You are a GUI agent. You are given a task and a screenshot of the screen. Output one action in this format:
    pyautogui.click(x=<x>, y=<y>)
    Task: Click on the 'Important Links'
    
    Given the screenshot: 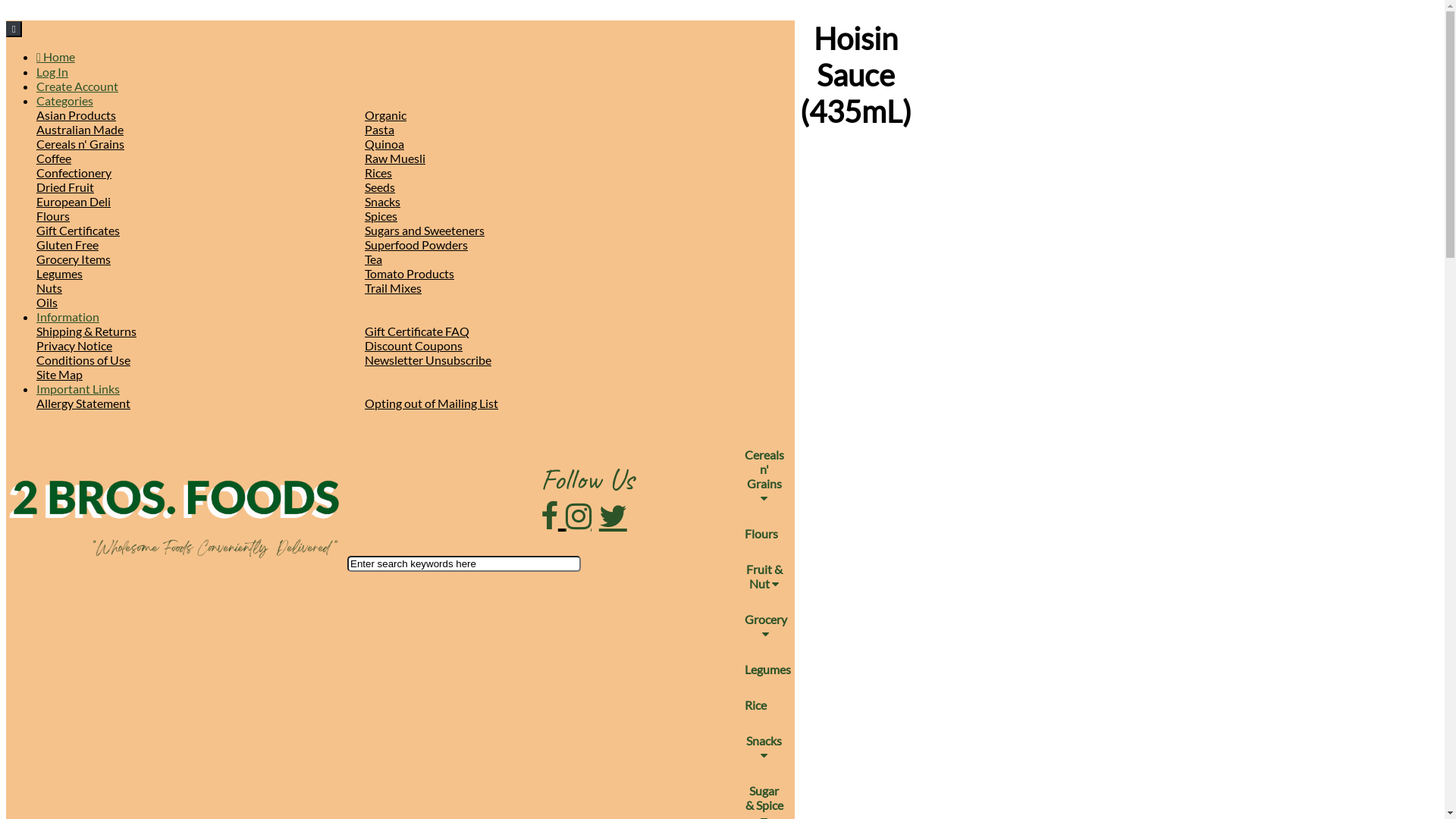 What is the action you would take?
    pyautogui.click(x=77, y=388)
    